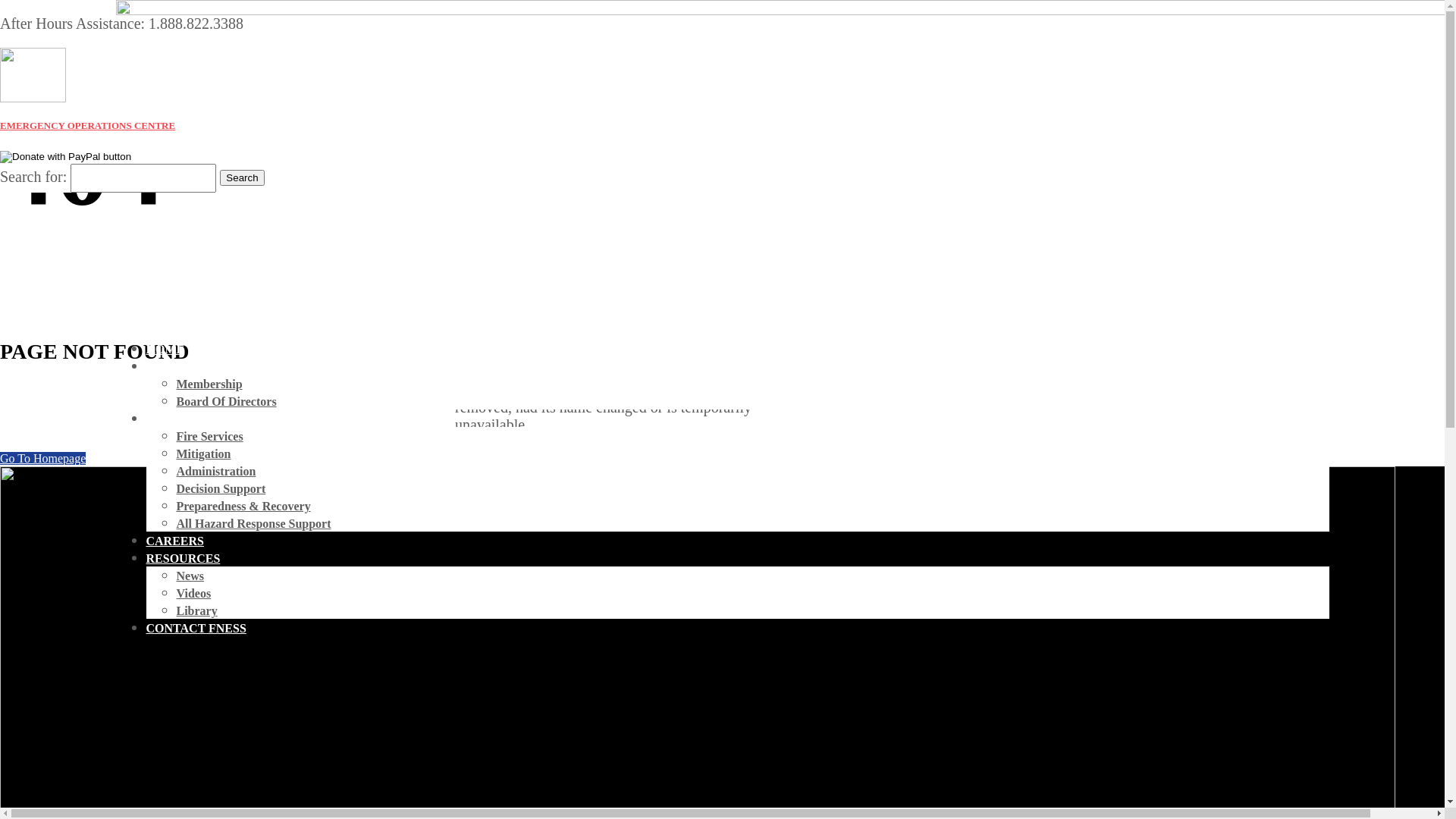  What do you see at coordinates (253, 522) in the screenshot?
I see `'All Hazard Response Support'` at bounding box center [253, 522].